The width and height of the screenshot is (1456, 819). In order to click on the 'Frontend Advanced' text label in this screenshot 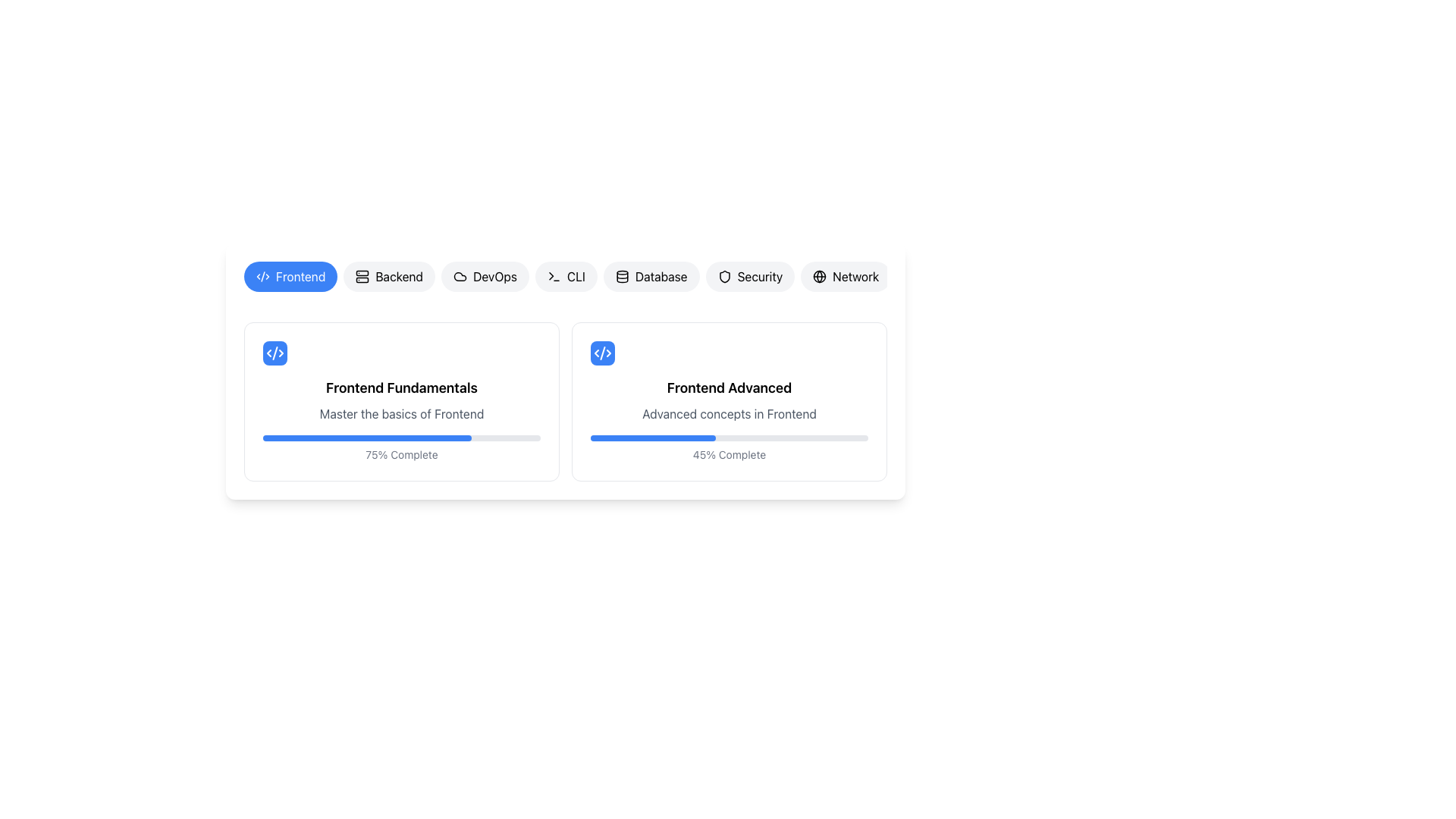, I will do `click(729, 388)`.